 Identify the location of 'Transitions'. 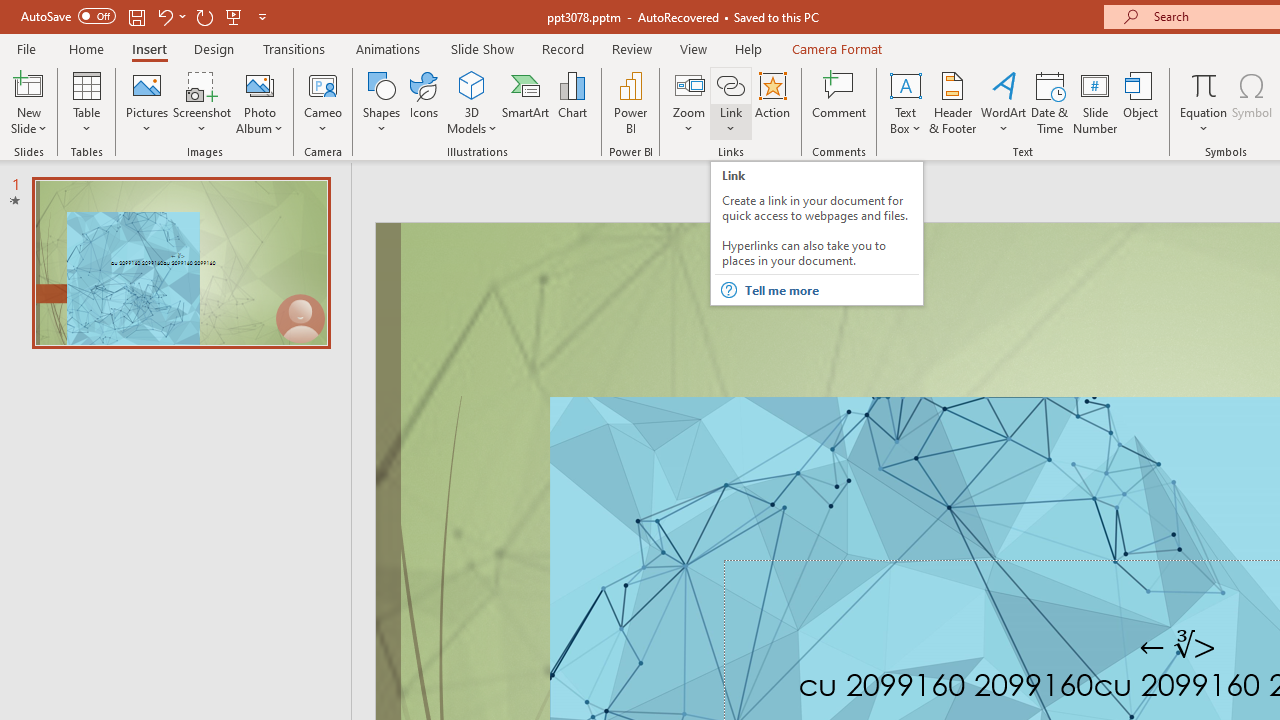
(294, 48).